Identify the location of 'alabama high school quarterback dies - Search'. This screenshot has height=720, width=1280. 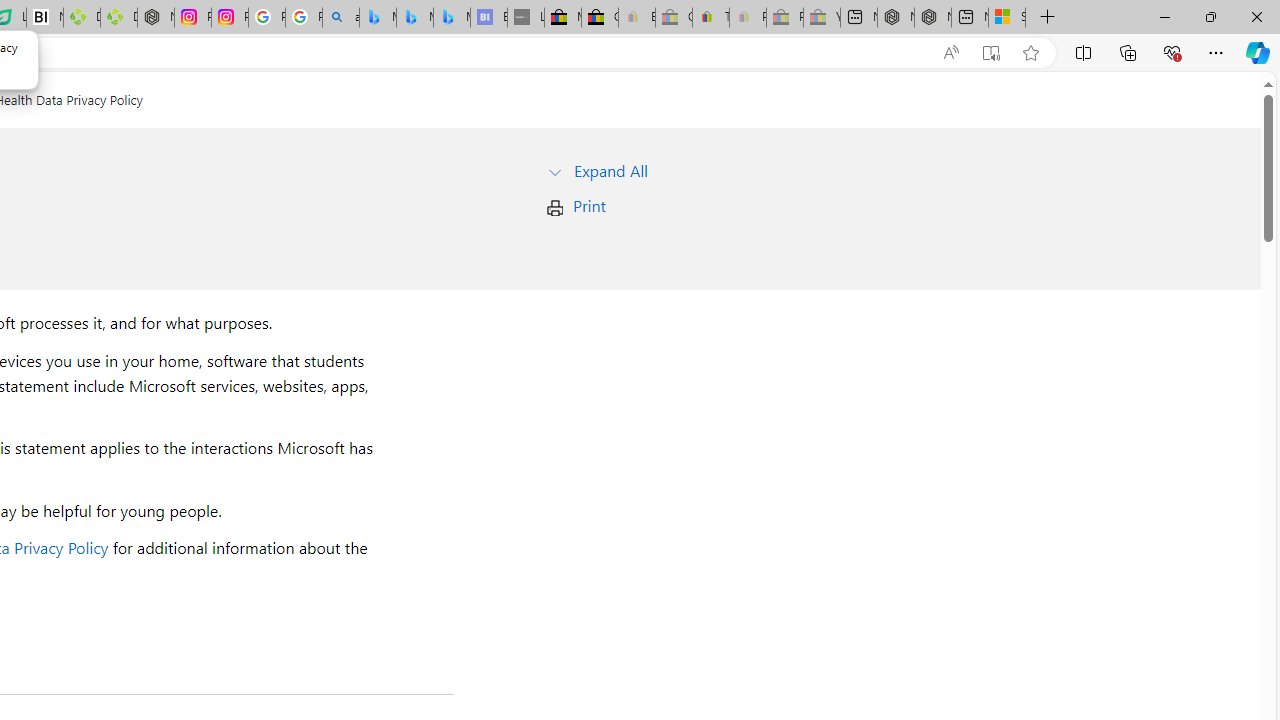
(341, 17).